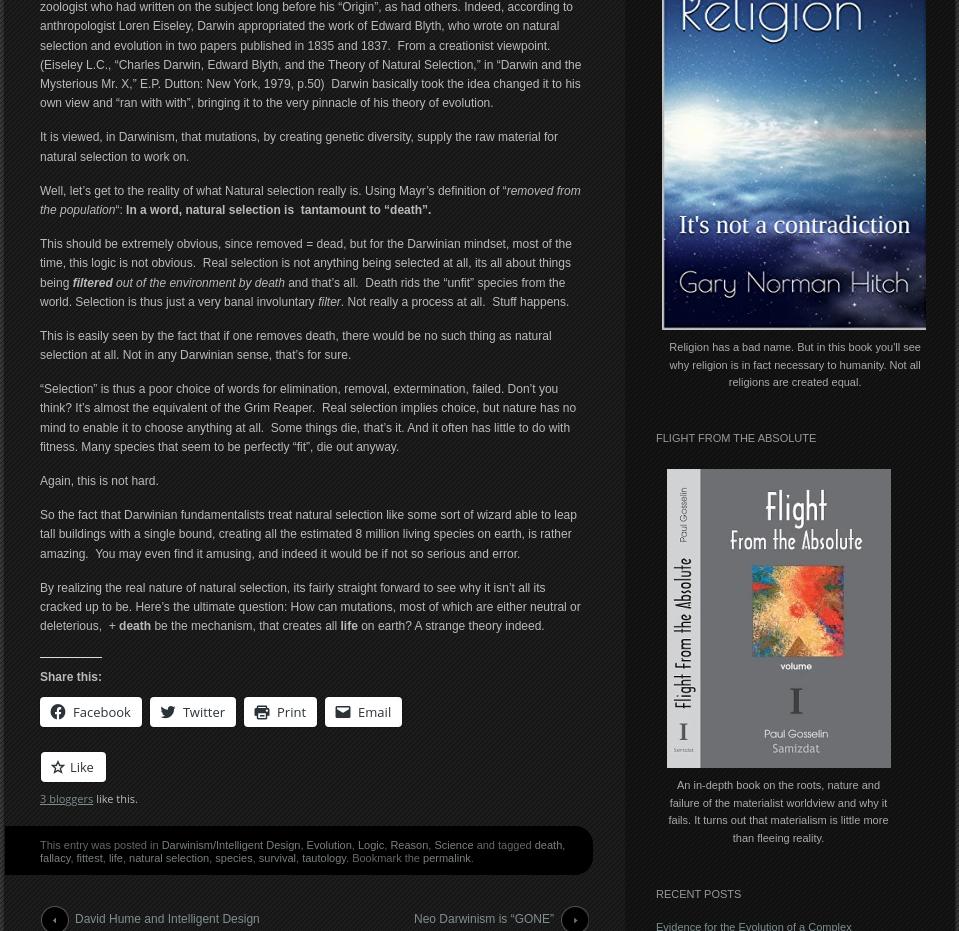  I want to click on 'Logic', so click(370, 843).